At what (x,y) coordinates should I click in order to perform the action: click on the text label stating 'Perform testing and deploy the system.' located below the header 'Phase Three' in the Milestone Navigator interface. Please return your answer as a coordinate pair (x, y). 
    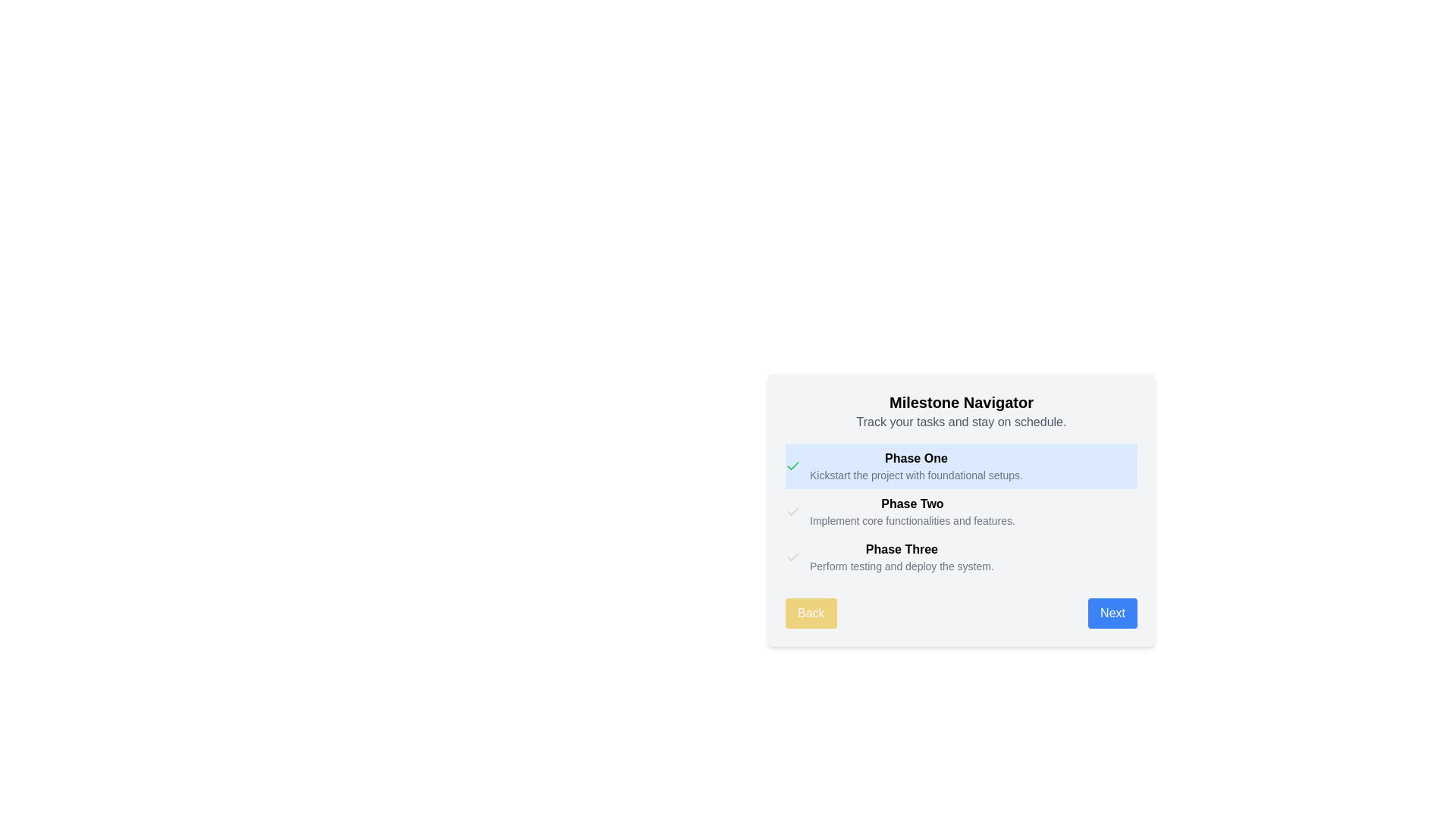
    Looking at the image, I should click on (902, 566).